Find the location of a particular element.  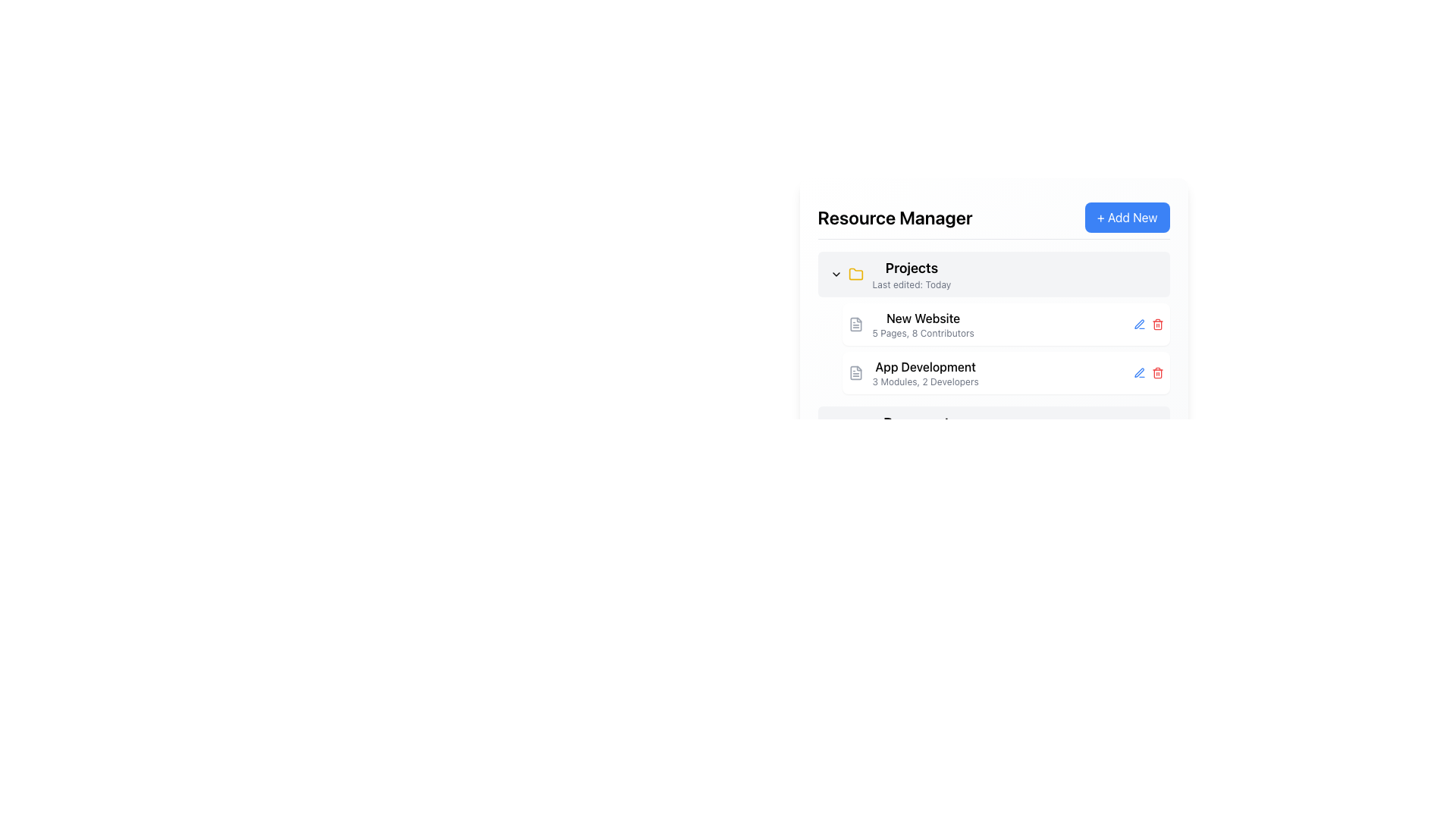

text content of the 'App Development' label located in the second entry of the 'Projects' section in the 'Resource Manager' interface, positioned below the 'New Website' entry is located at coordinates (924, 366).